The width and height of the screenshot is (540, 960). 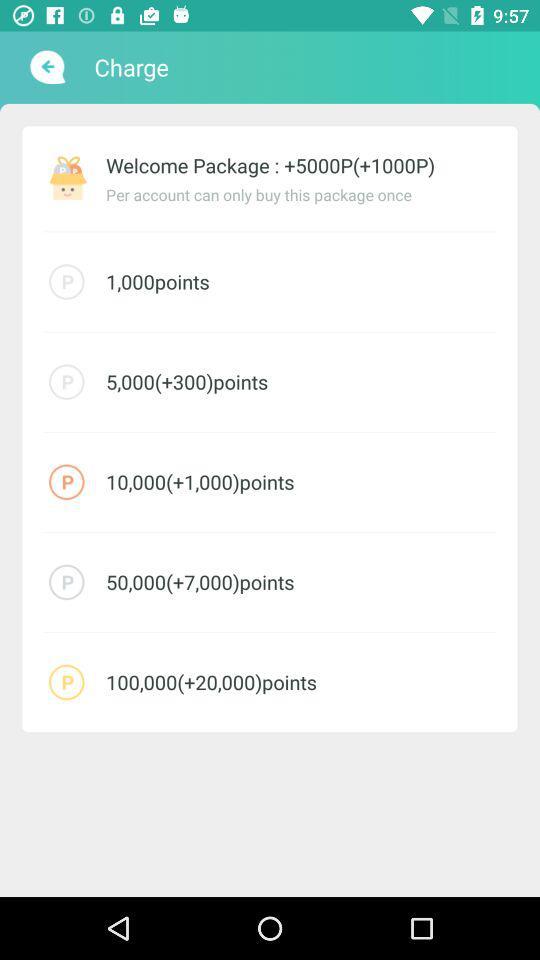 What do you see at coordinates (45, 67) in the screenshot?
I see `previous` at bounding box center [45, 67].